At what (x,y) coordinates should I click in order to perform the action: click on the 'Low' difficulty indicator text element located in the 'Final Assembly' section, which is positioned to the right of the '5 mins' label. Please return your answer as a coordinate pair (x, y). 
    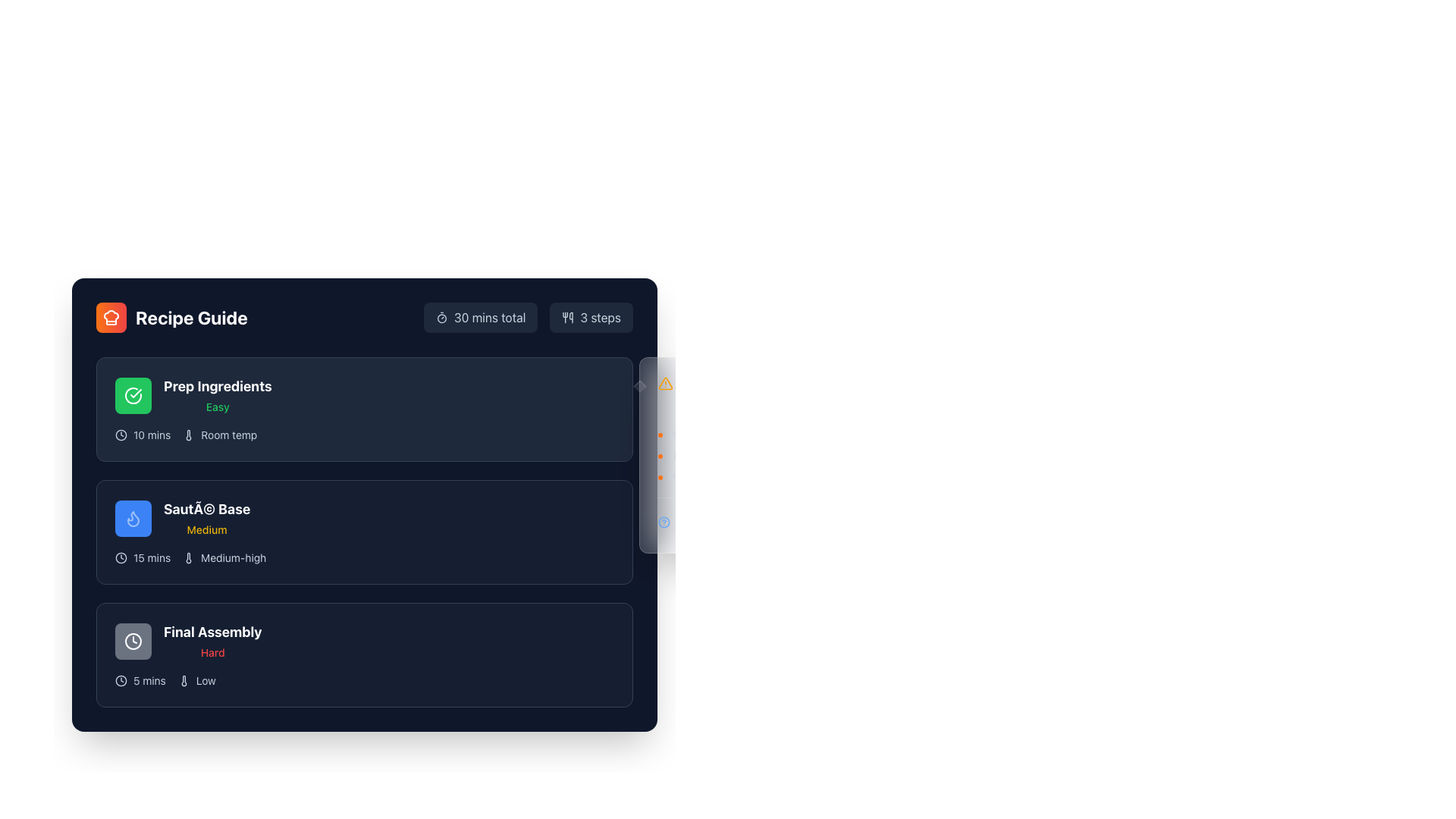
    Looking at the image, I should click on (196, 680).